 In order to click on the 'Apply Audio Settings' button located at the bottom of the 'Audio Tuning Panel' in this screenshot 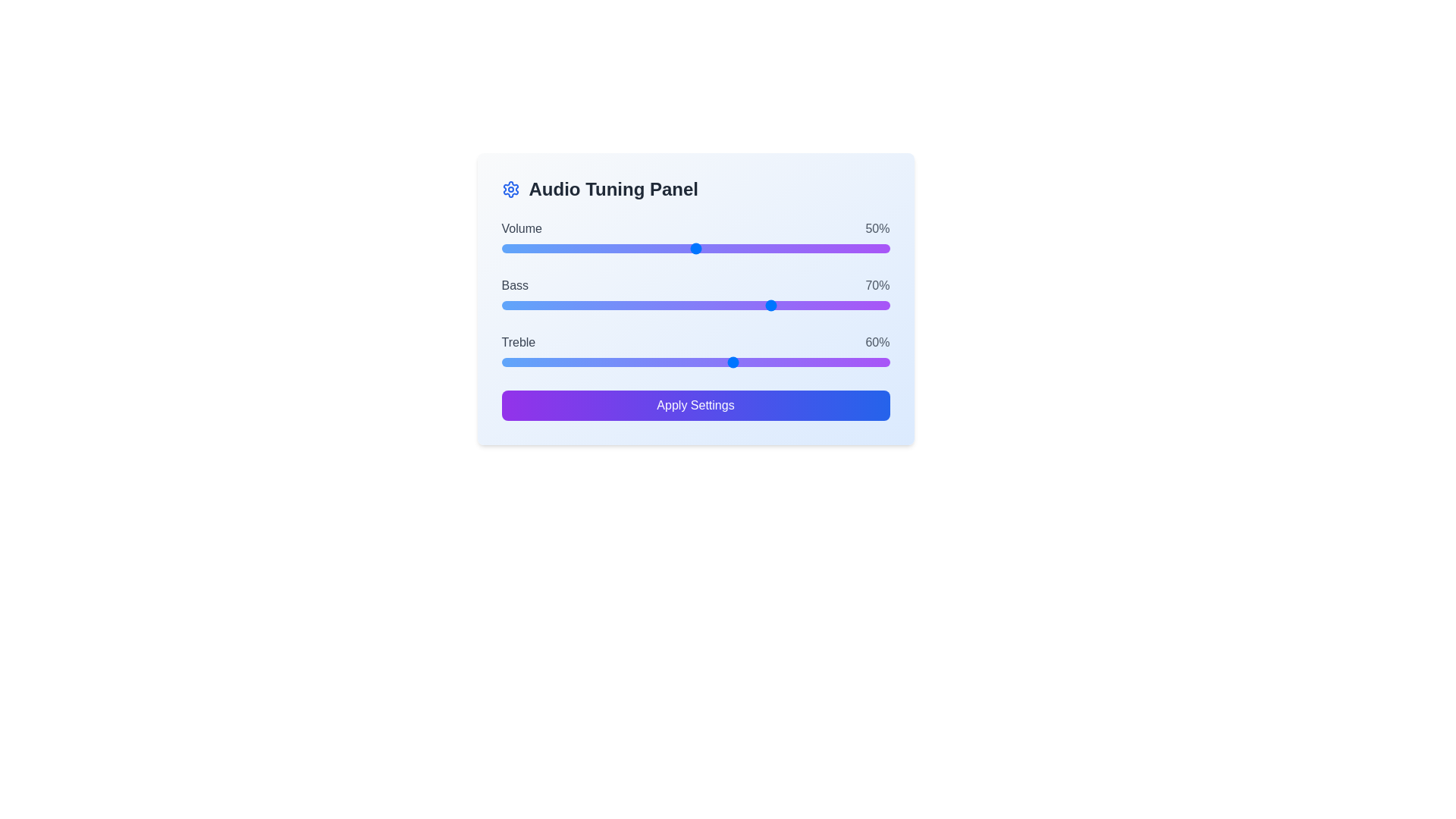, I will do `click(695, 405)`.